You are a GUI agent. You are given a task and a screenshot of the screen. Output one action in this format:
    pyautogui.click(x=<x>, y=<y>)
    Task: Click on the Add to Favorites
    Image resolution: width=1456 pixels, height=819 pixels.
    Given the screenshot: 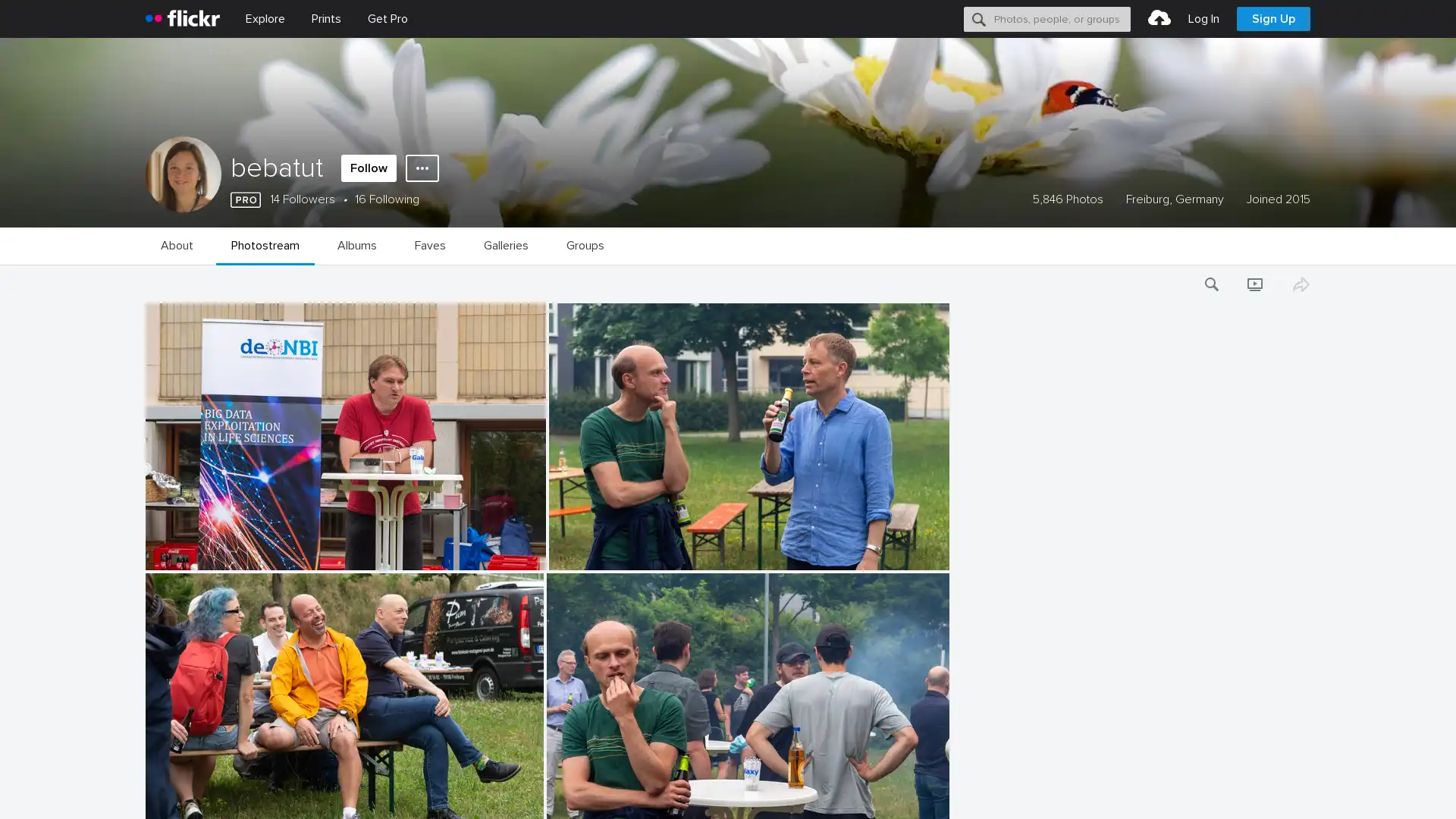 What is the action you would take?
    pyautogui.click(x=494, y=809)
    